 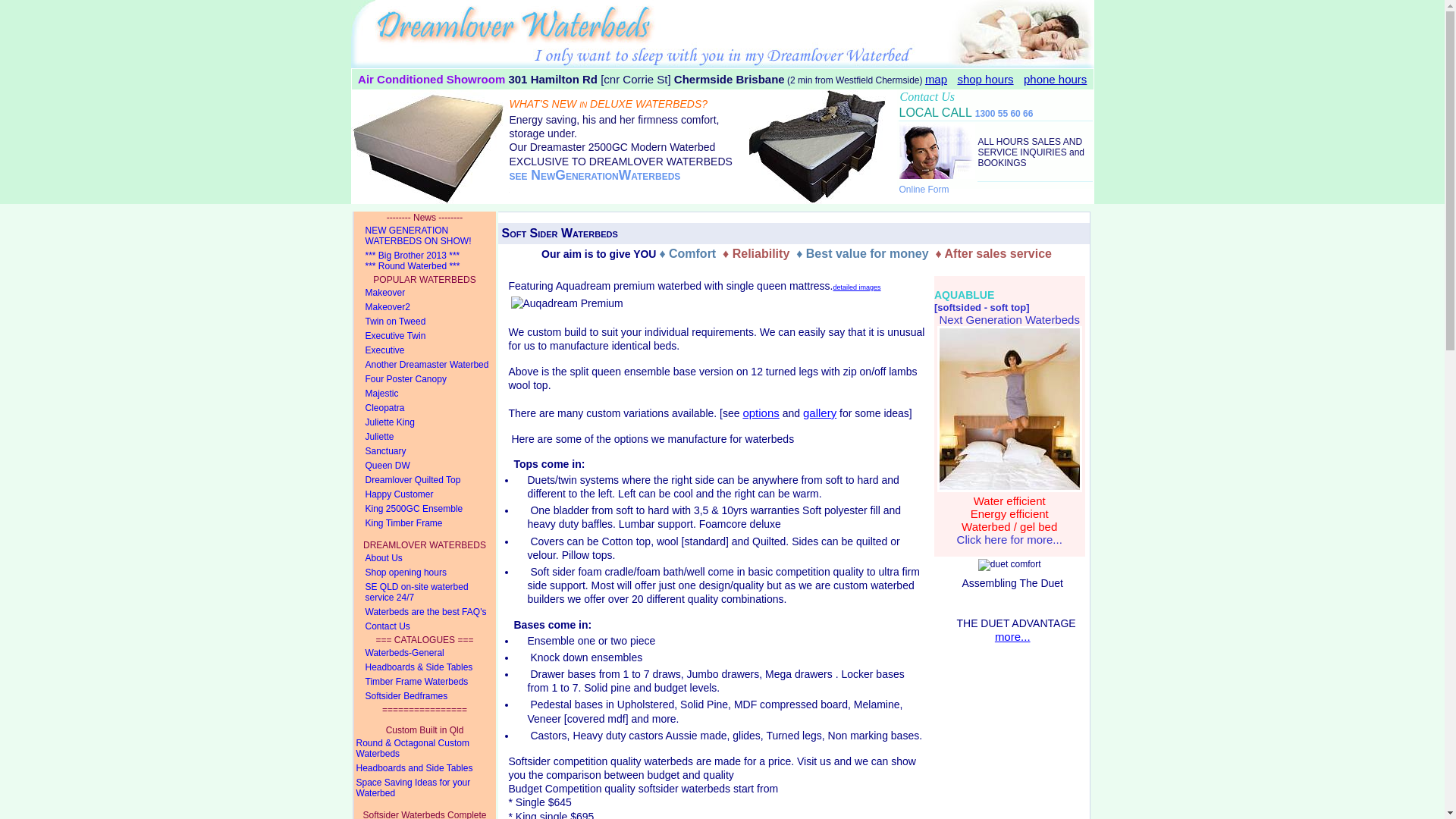 I want to click on 'Queen DW', so click(x=424, y=465).